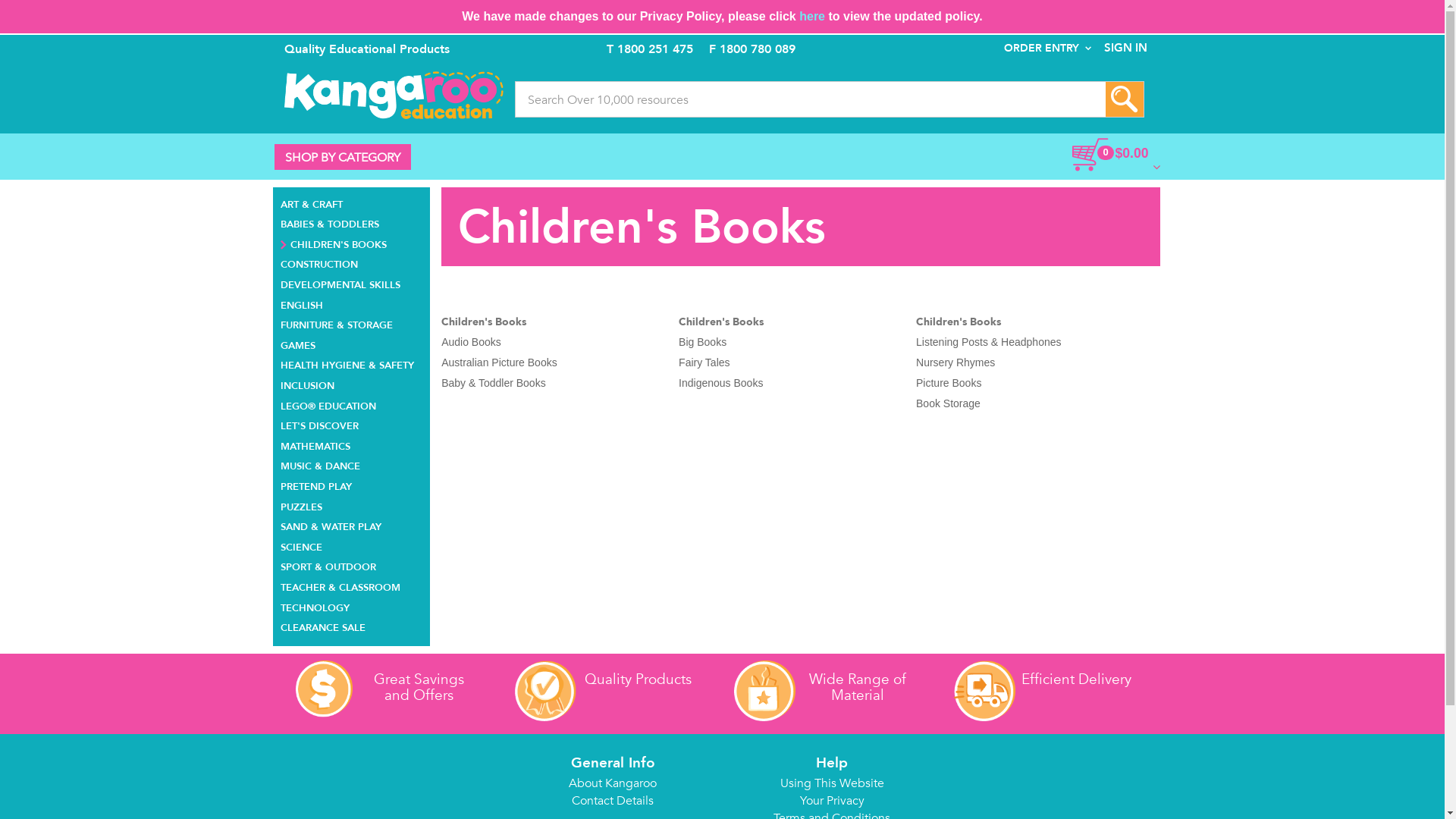 This screenshot has width=1456, height=819. What do you see at coordinates (650, 49) in the screenshot?
I see `'T 1800 251 475'` at bounding box center [650, 49].